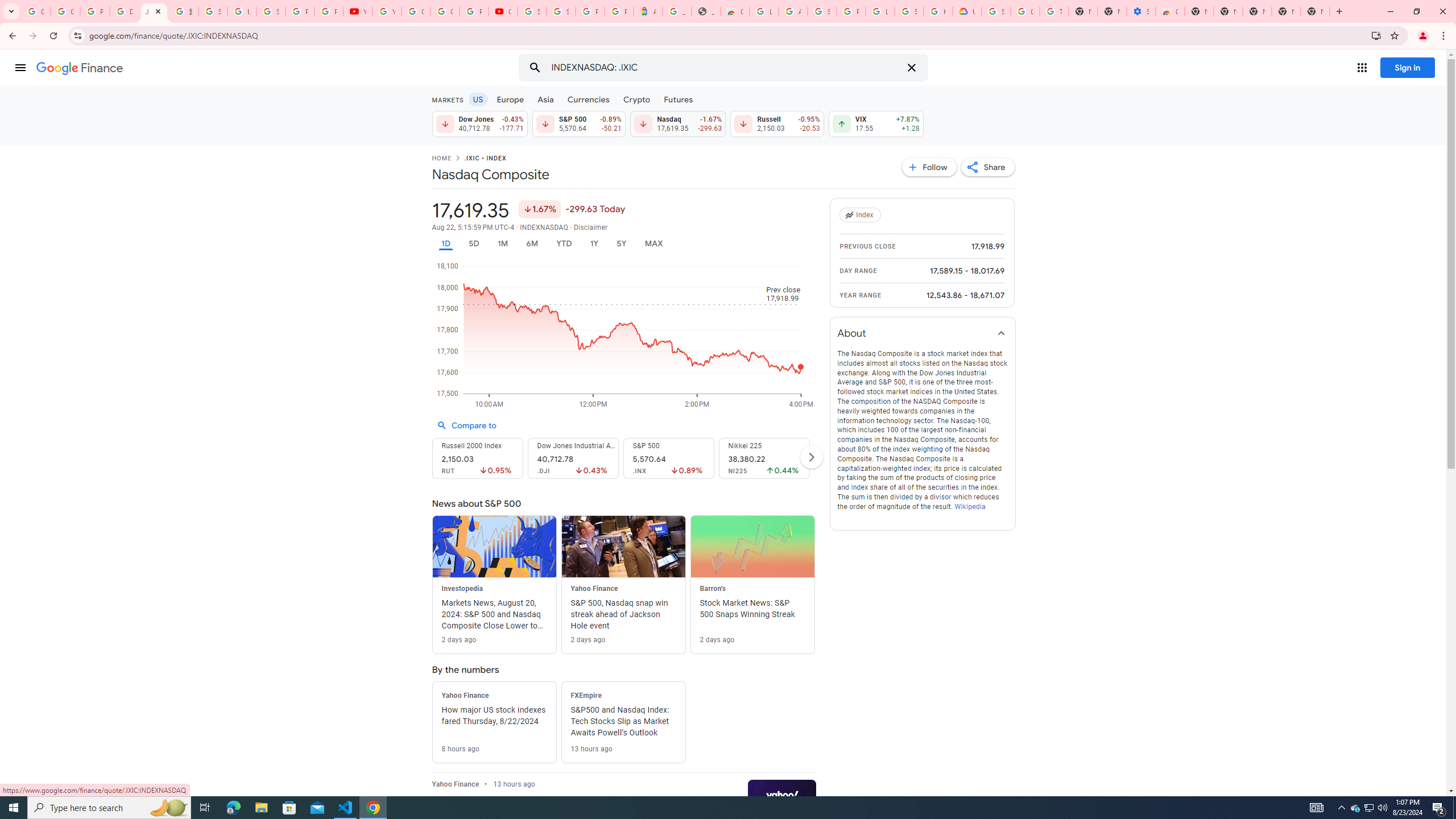  What do you see at coordinates (510, 98) in the screenshot?
I see `'Europe'` at bounding box center [510, 98].